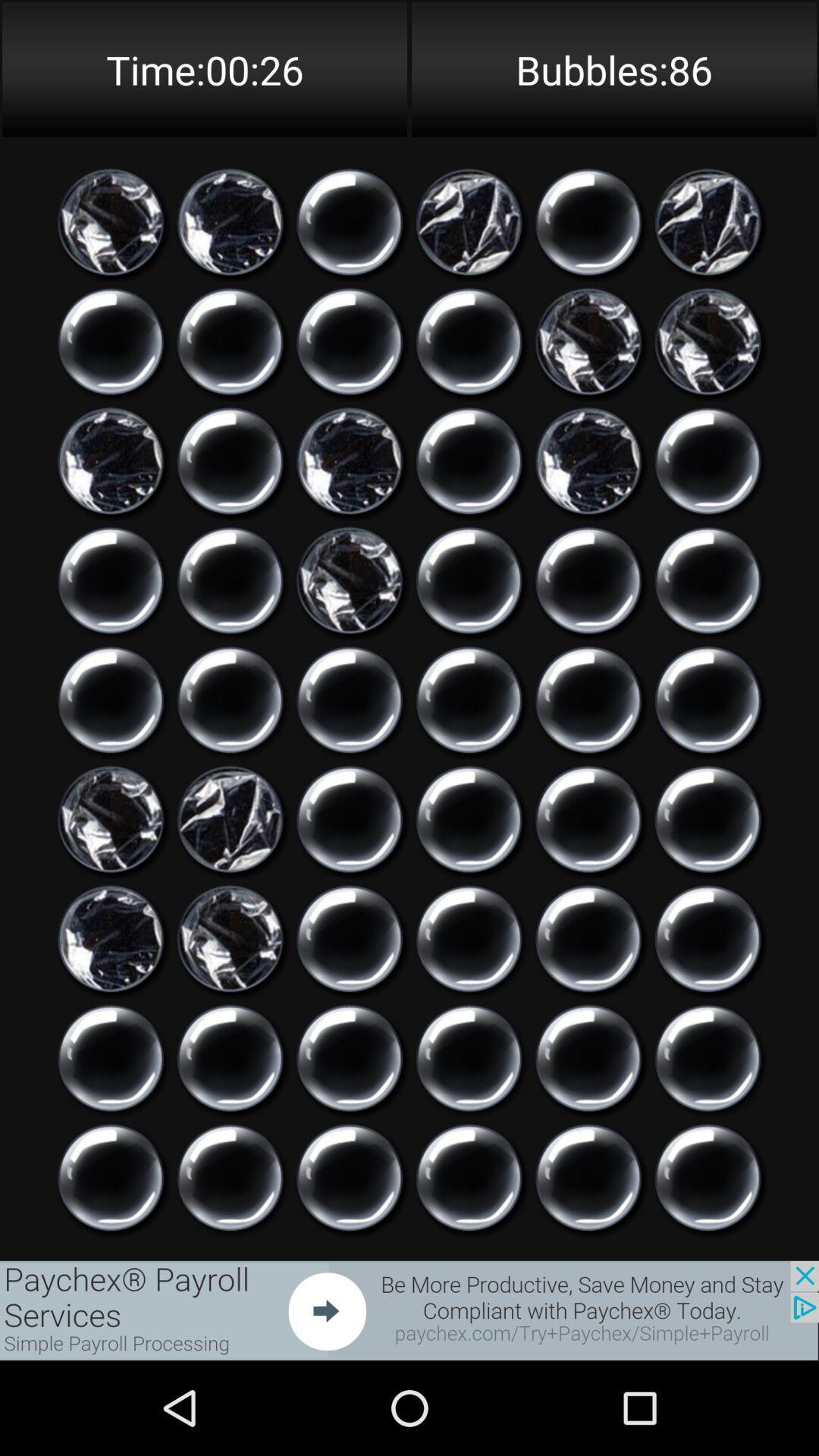 The width and height of the screenshot is (819, 1456). What do you see at coordinates (708, 938) in the screenshot?
I see `option` at bounding box center [708, 938].